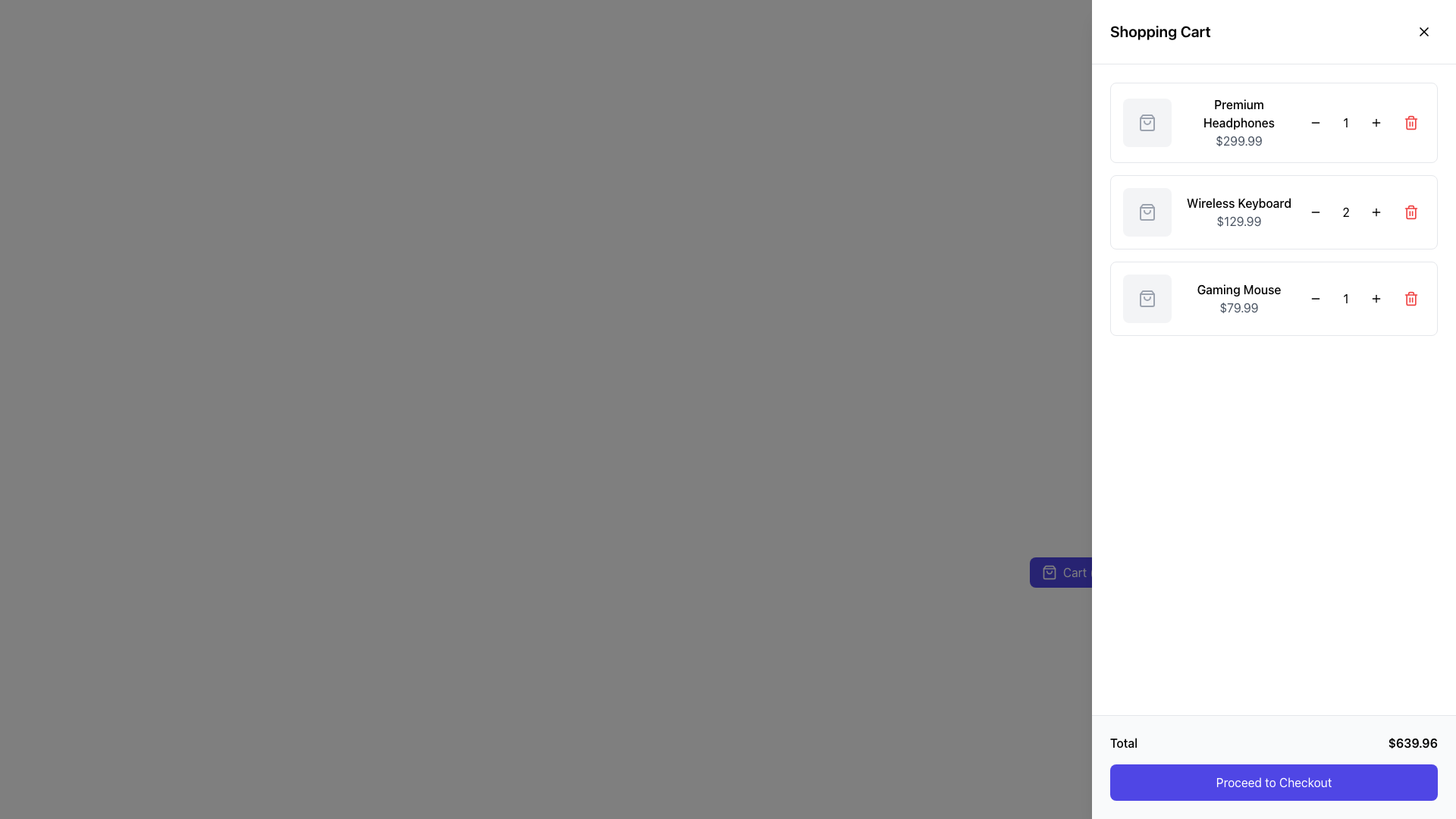 This screenshot has height=819, width=1456. What do you see at coordinates (1410, 212) in the screenshot?
I see `the red trash icon button located on the far right of the row displaying the 'Wireless Keyboard' in the shopping cart` at bounding box center [1410, 212].